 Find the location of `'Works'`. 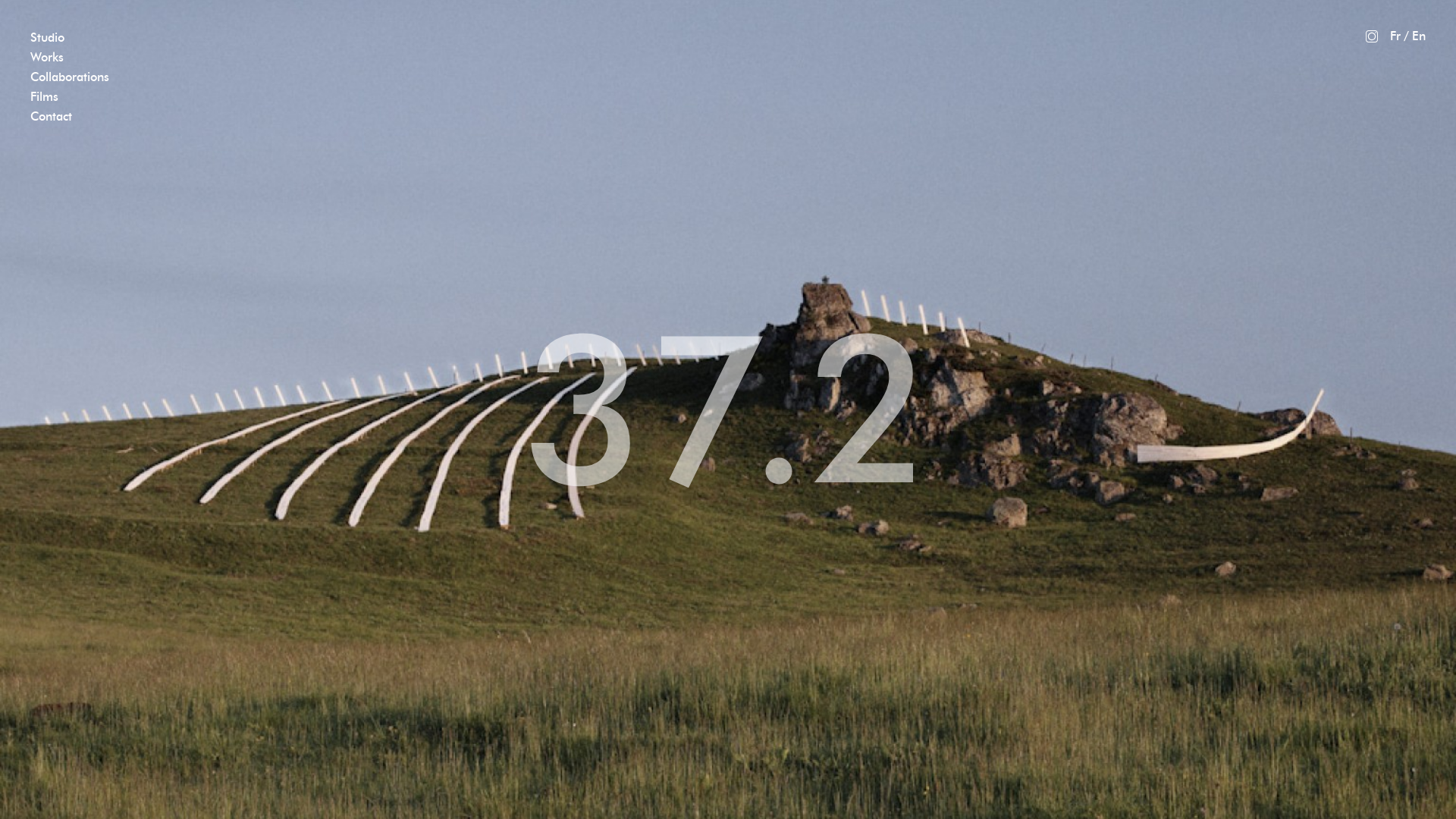

'Works' is located at coordinates (47, 57).